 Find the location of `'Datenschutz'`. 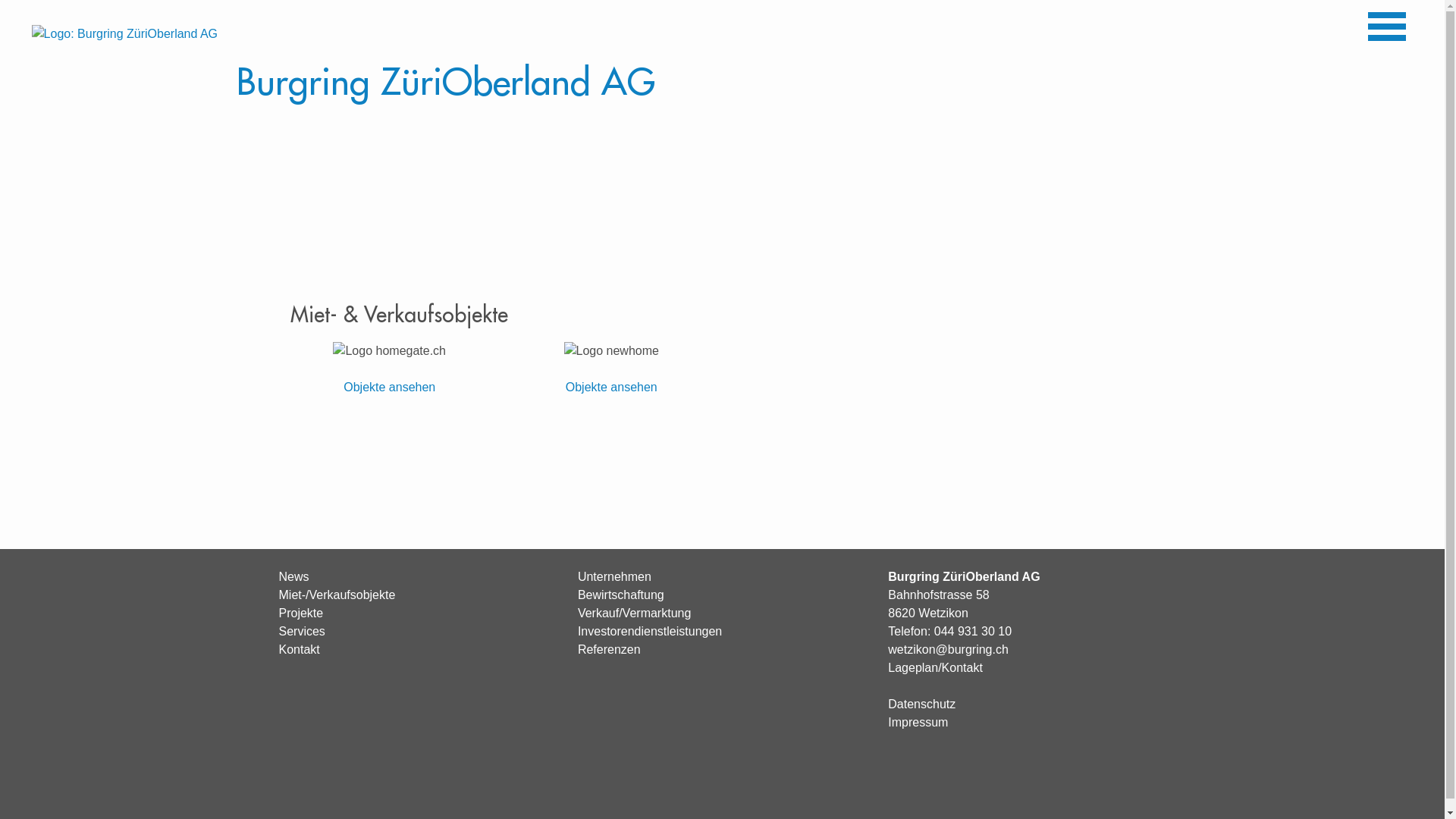

'Datenschutz' is located at coordinates (921, 704).